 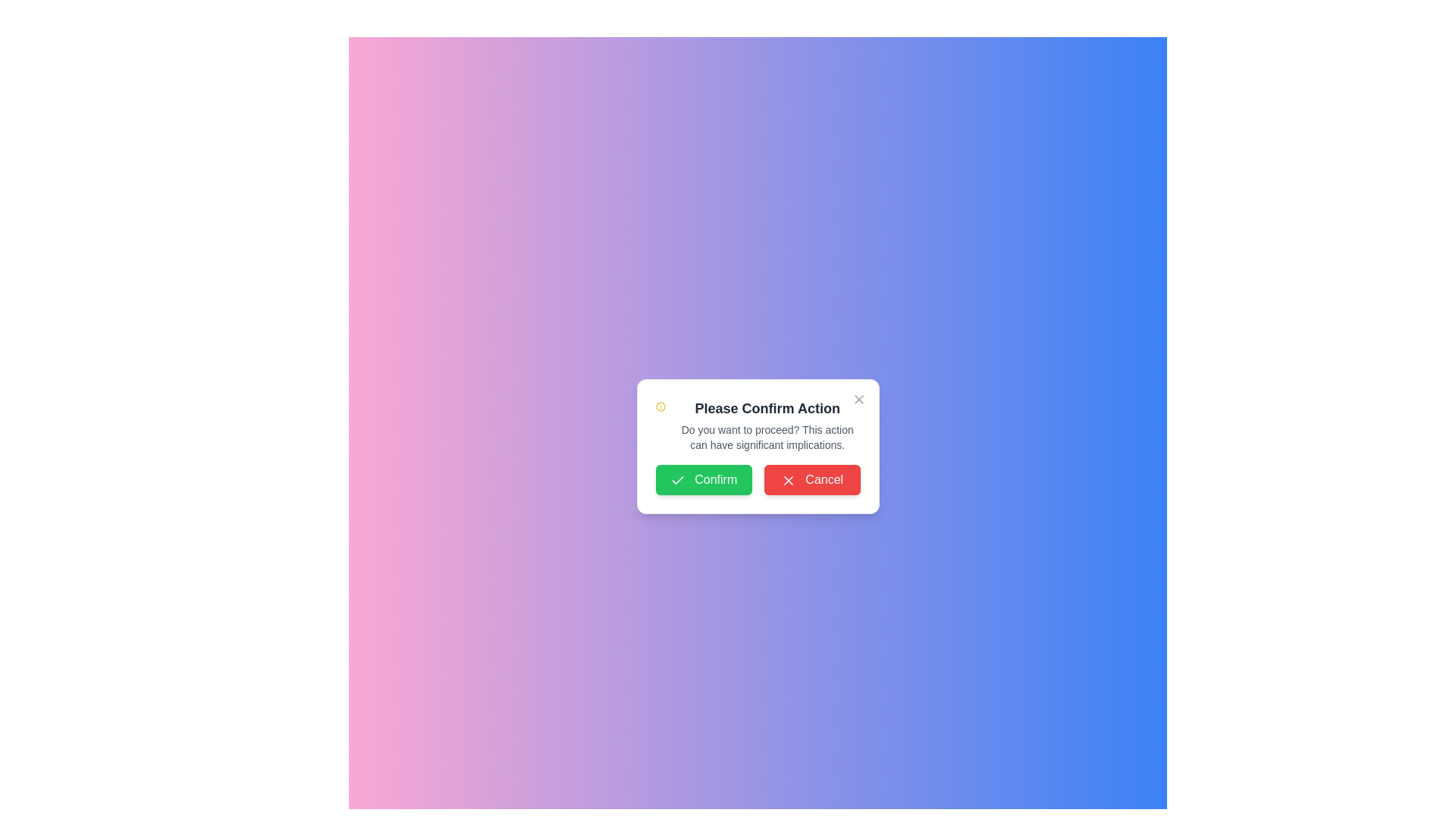 What do you see at coordinates (661, 406) in the screenshot?
I see `the outermost circular graphical element of the informational or warning icon located in the header section of the confirmation dialog, positioned on the left side of the title text` at bounding box center [661, 406].